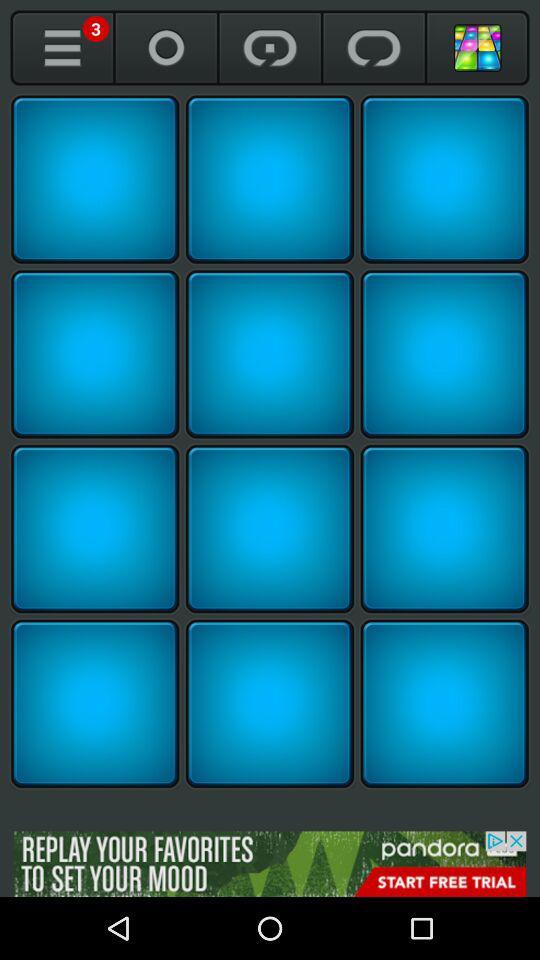  Describe the element at coordinates (62, 47) in the screenshot. I see `menu` at that location.